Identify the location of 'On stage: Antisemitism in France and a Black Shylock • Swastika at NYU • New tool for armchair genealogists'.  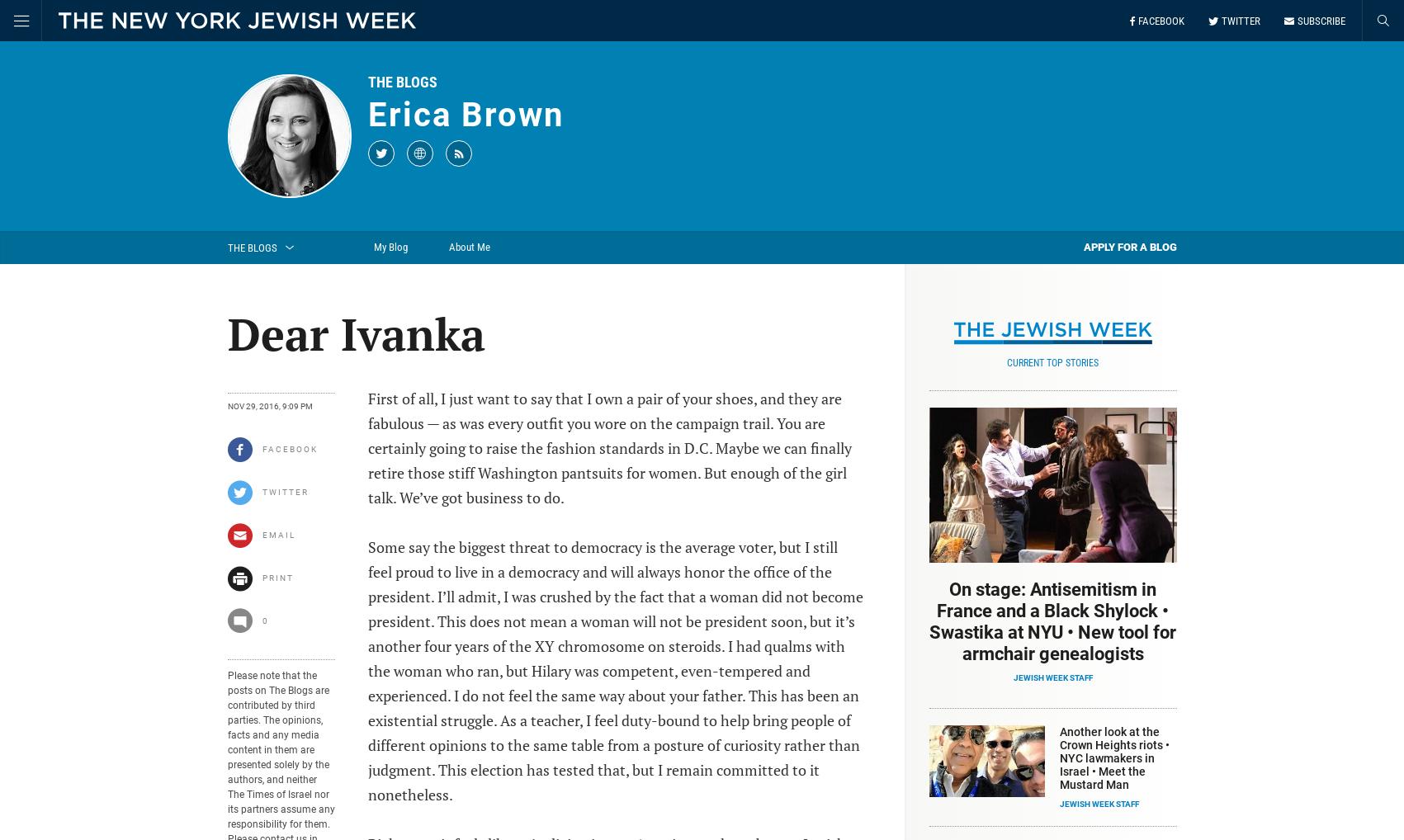
(1052, 620).